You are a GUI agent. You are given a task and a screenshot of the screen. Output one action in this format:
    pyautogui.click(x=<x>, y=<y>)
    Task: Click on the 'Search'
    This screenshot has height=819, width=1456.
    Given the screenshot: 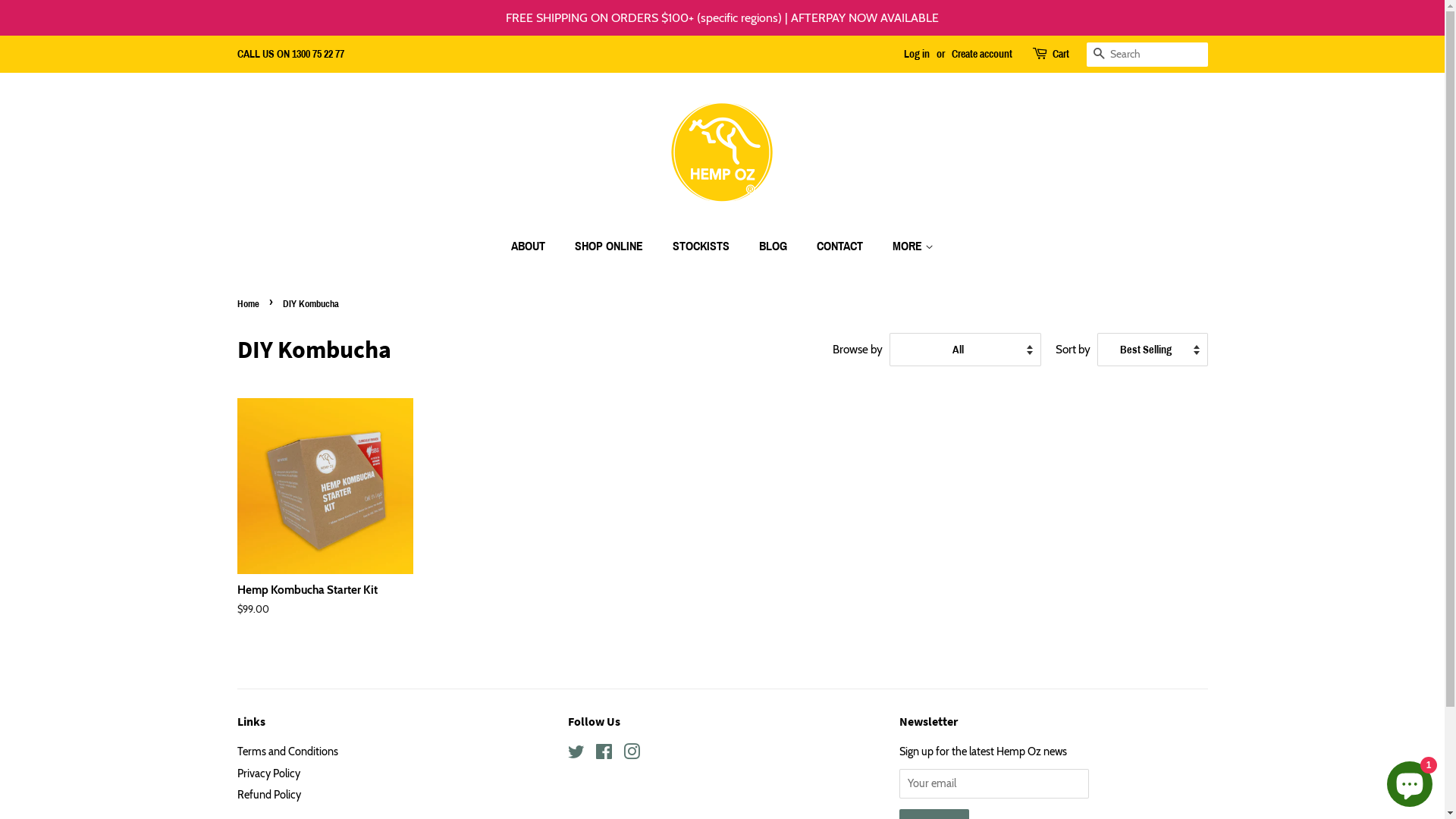 What is the action you would take?
    pyautogui.click(x=1098, y=54)
    